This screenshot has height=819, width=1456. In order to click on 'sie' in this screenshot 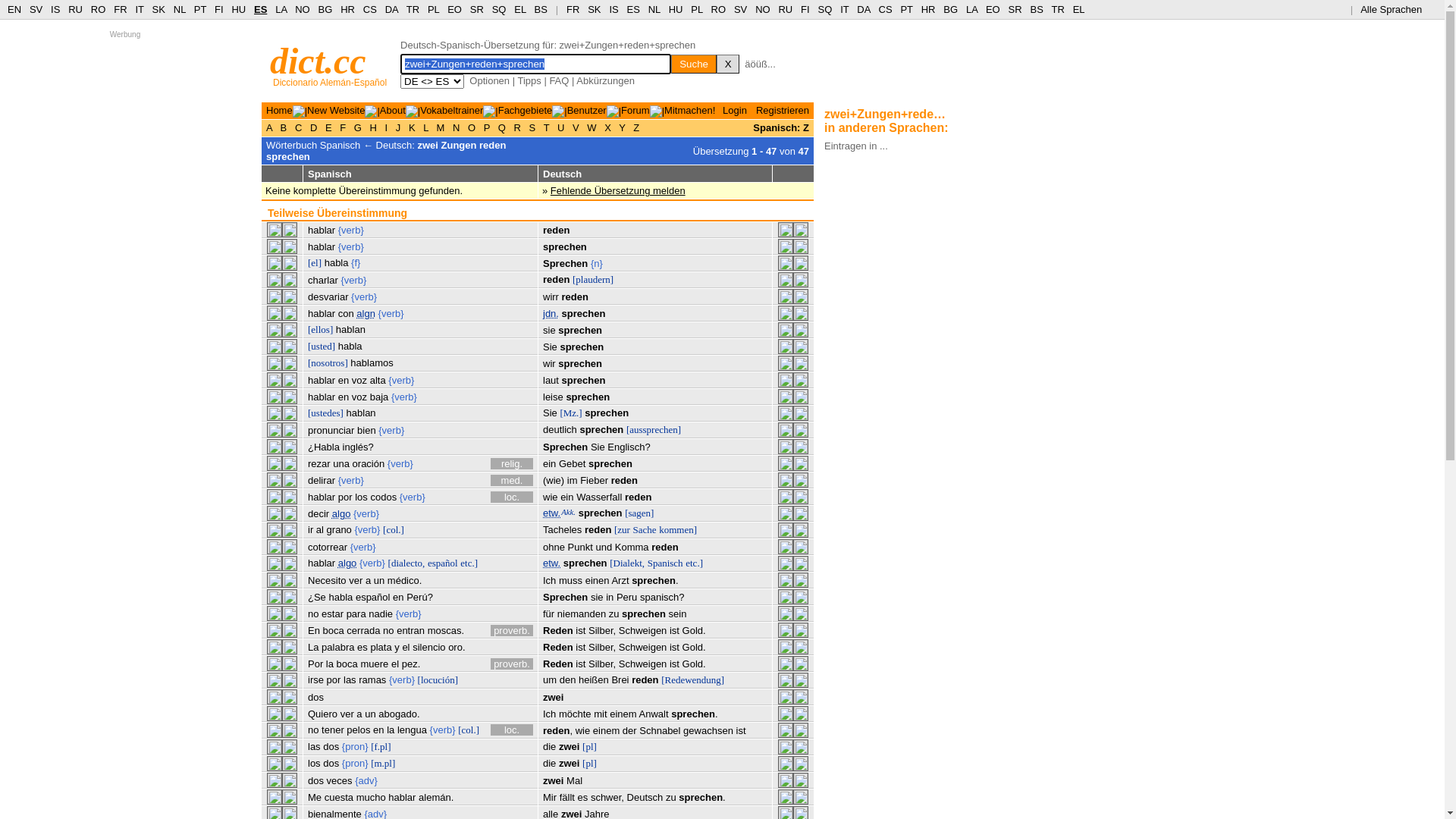, I will do `click(589, 596)`.